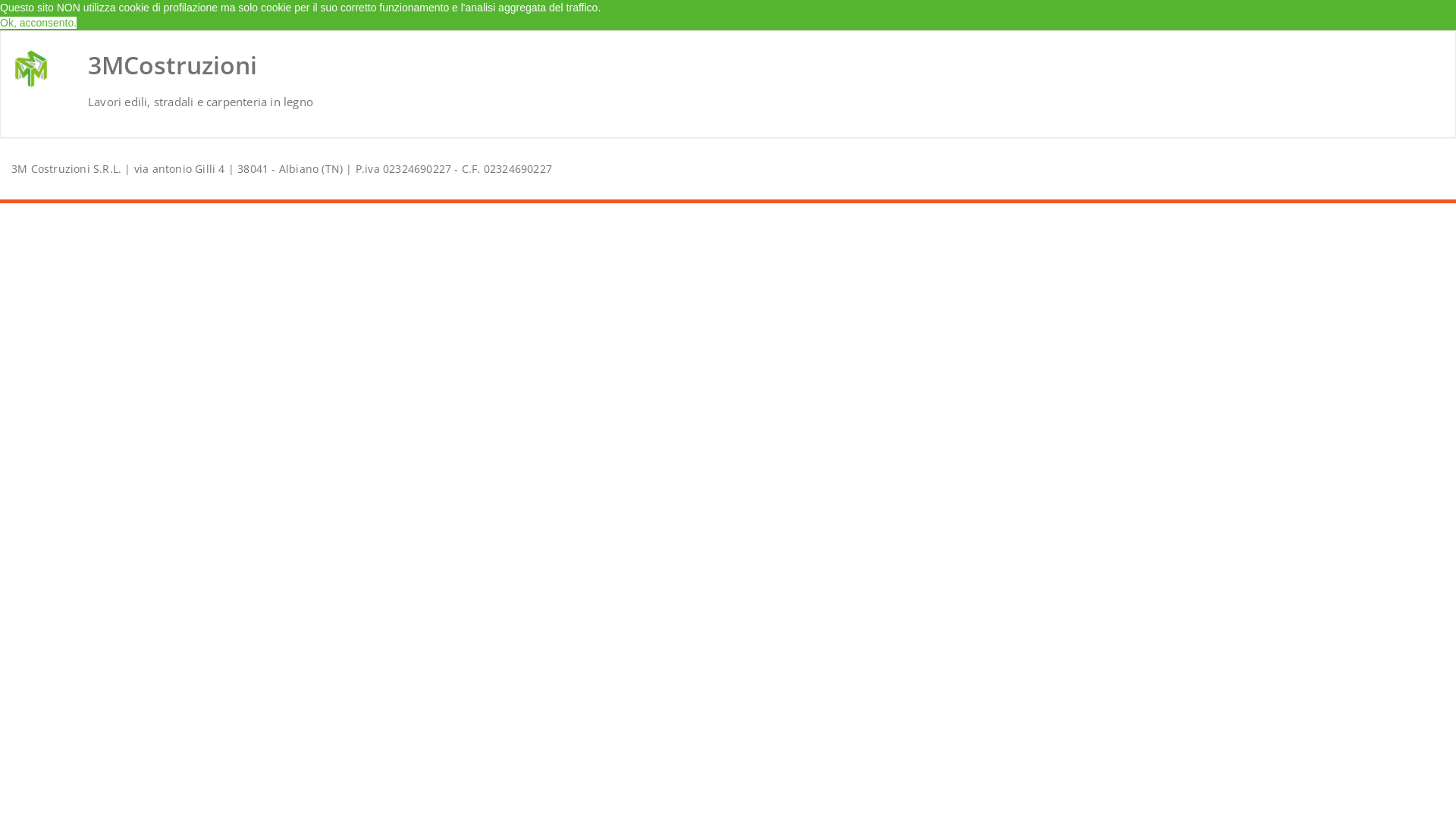 The height and width of the screenshot is (819, 1456). What do you see at coordinates (38, 23) in the screenshot?
I see `'Ok, acconsento.'` at bounding box center [38, 23].